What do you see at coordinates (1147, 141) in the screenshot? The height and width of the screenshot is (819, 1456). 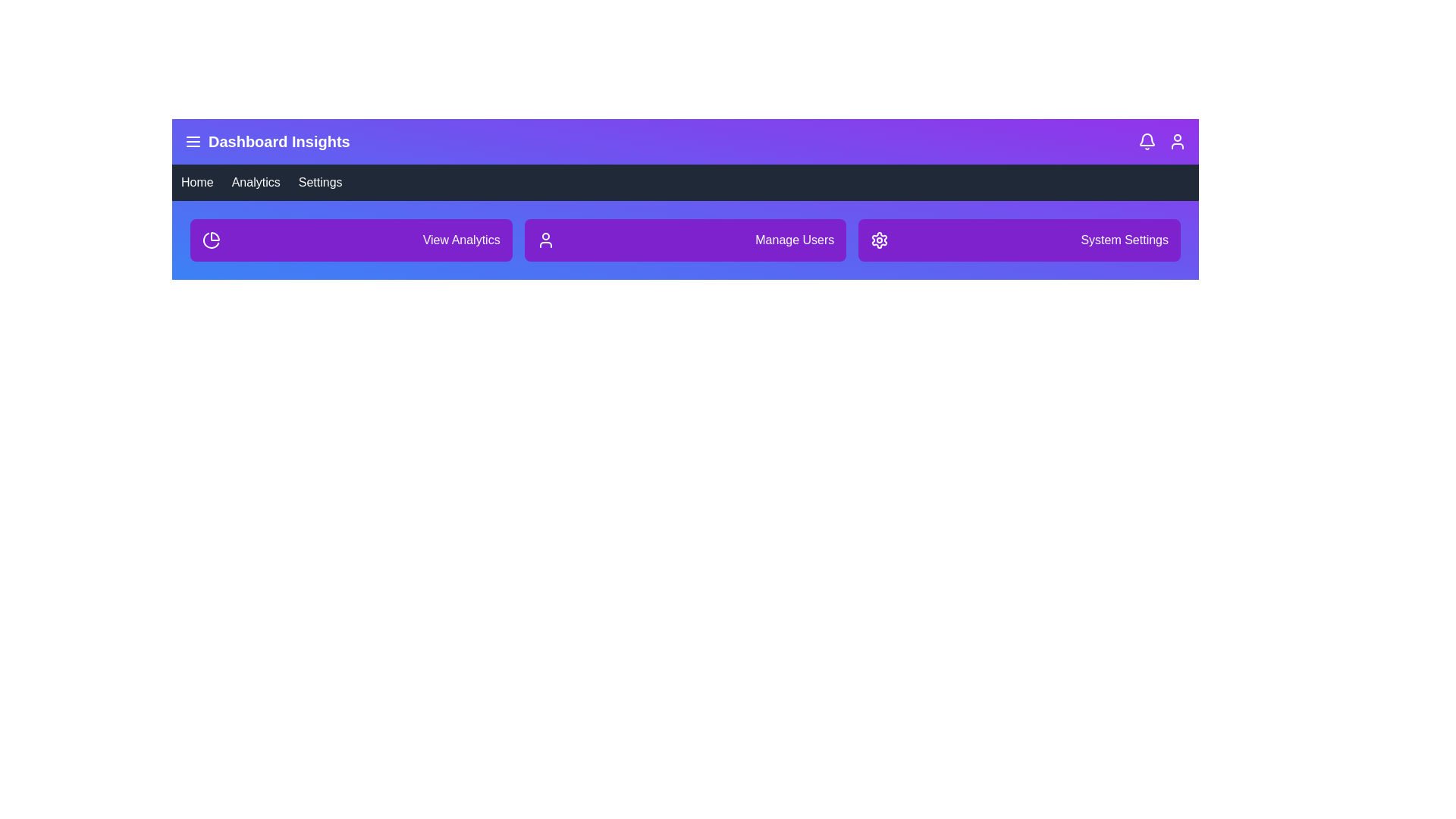 I see `the notification icon in the header` at bounding box center [1147, 141].